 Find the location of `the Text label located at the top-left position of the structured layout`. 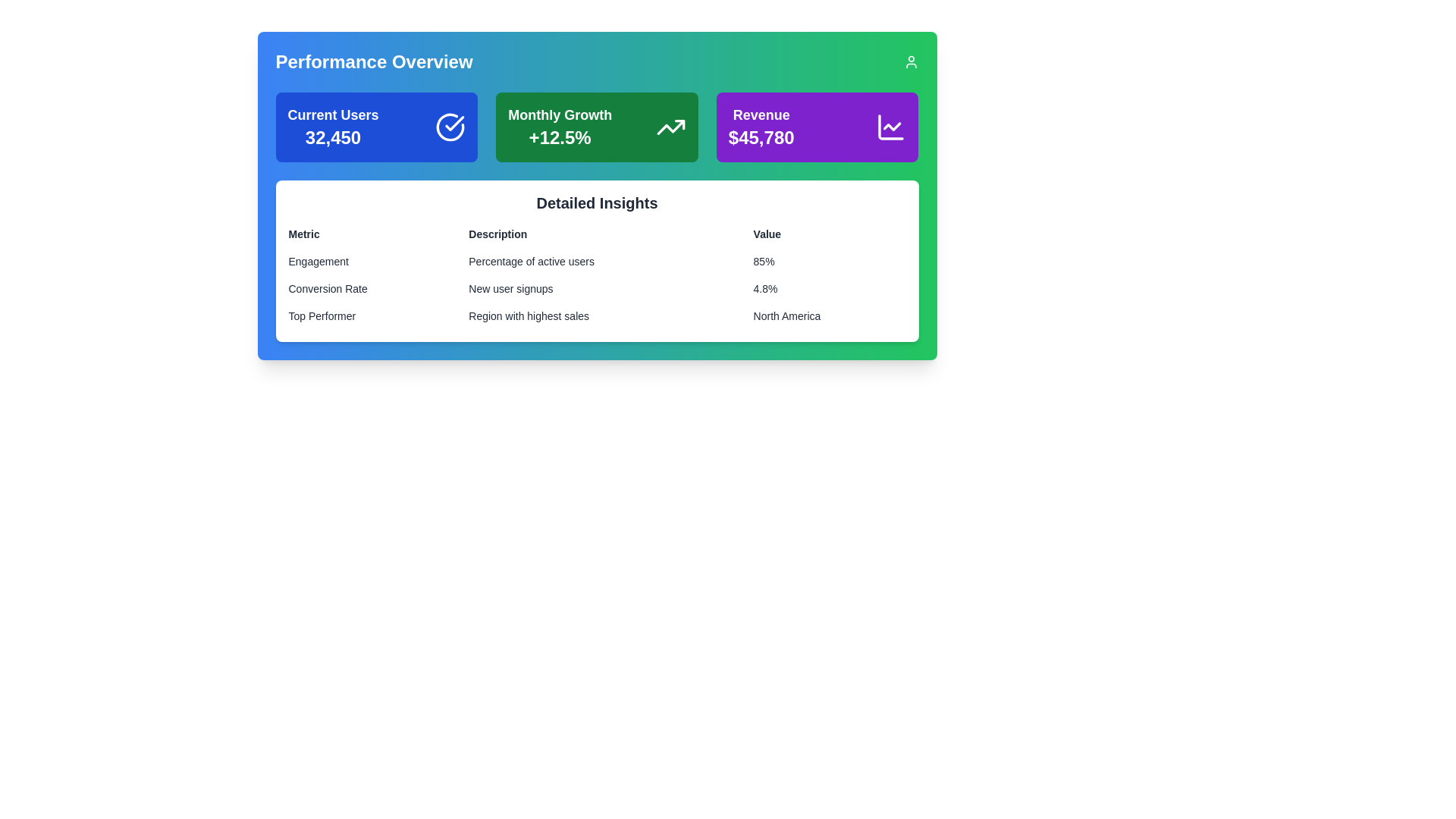

the Text label located at the top-left position of the structured layout is located at coordinates (378, 237).